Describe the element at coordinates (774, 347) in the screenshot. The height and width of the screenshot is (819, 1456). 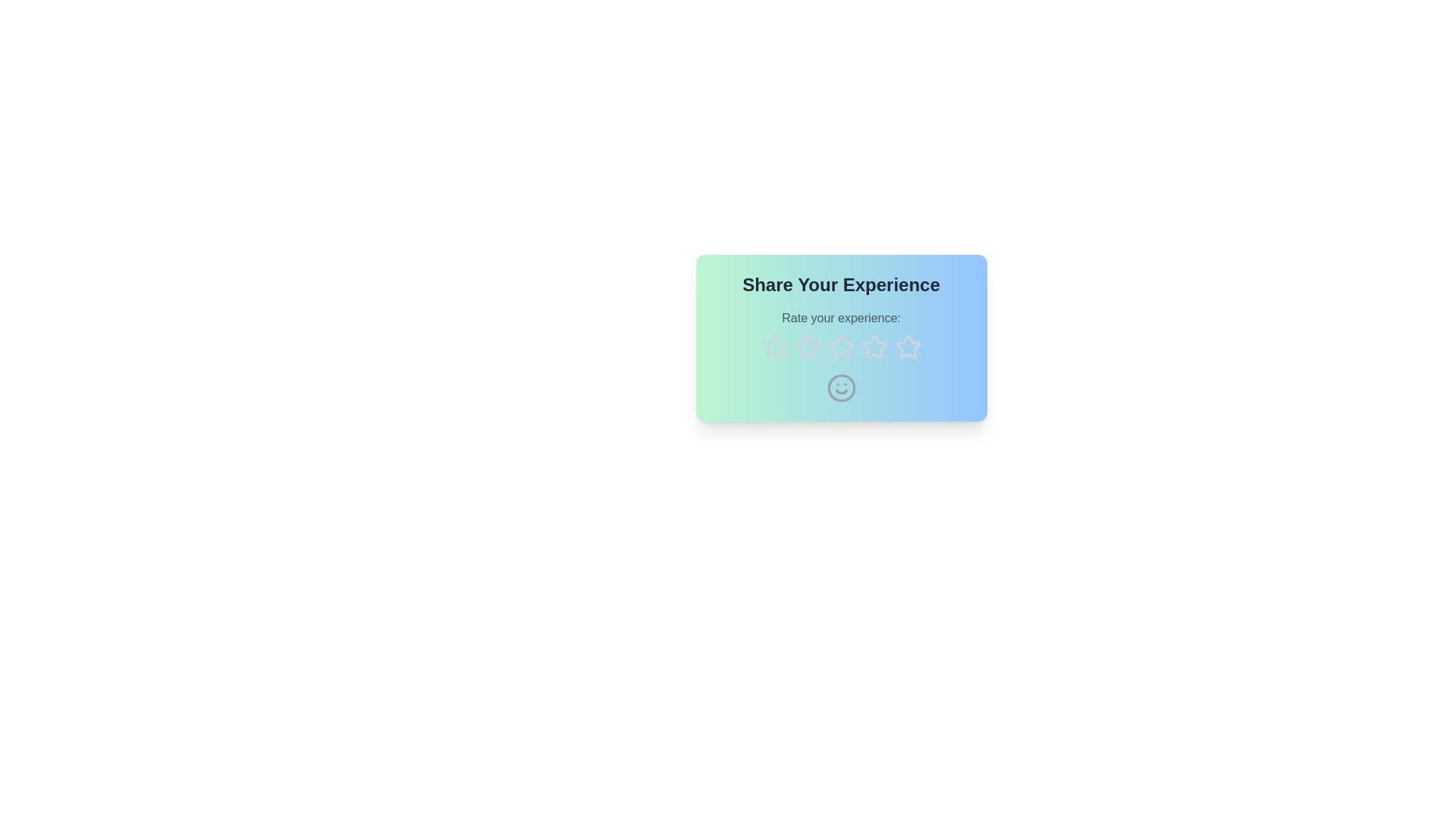
I see `the star corresponding to 1 to preview the rating` at that location.